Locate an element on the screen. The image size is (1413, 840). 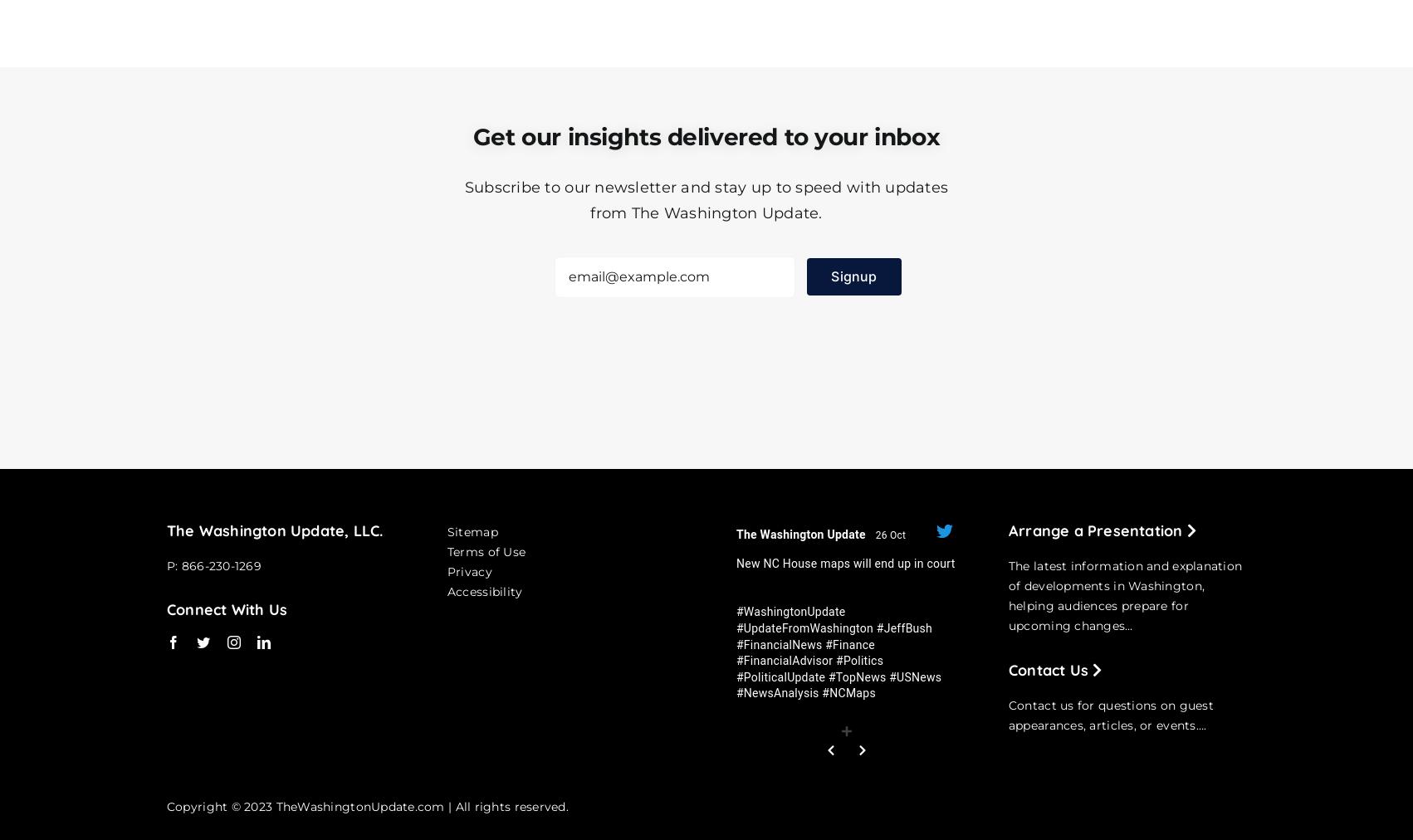
'Copyright ©  2023 TheWashingtonUpdate.com | All rights reserved.' is located at coordinates (366, 805).